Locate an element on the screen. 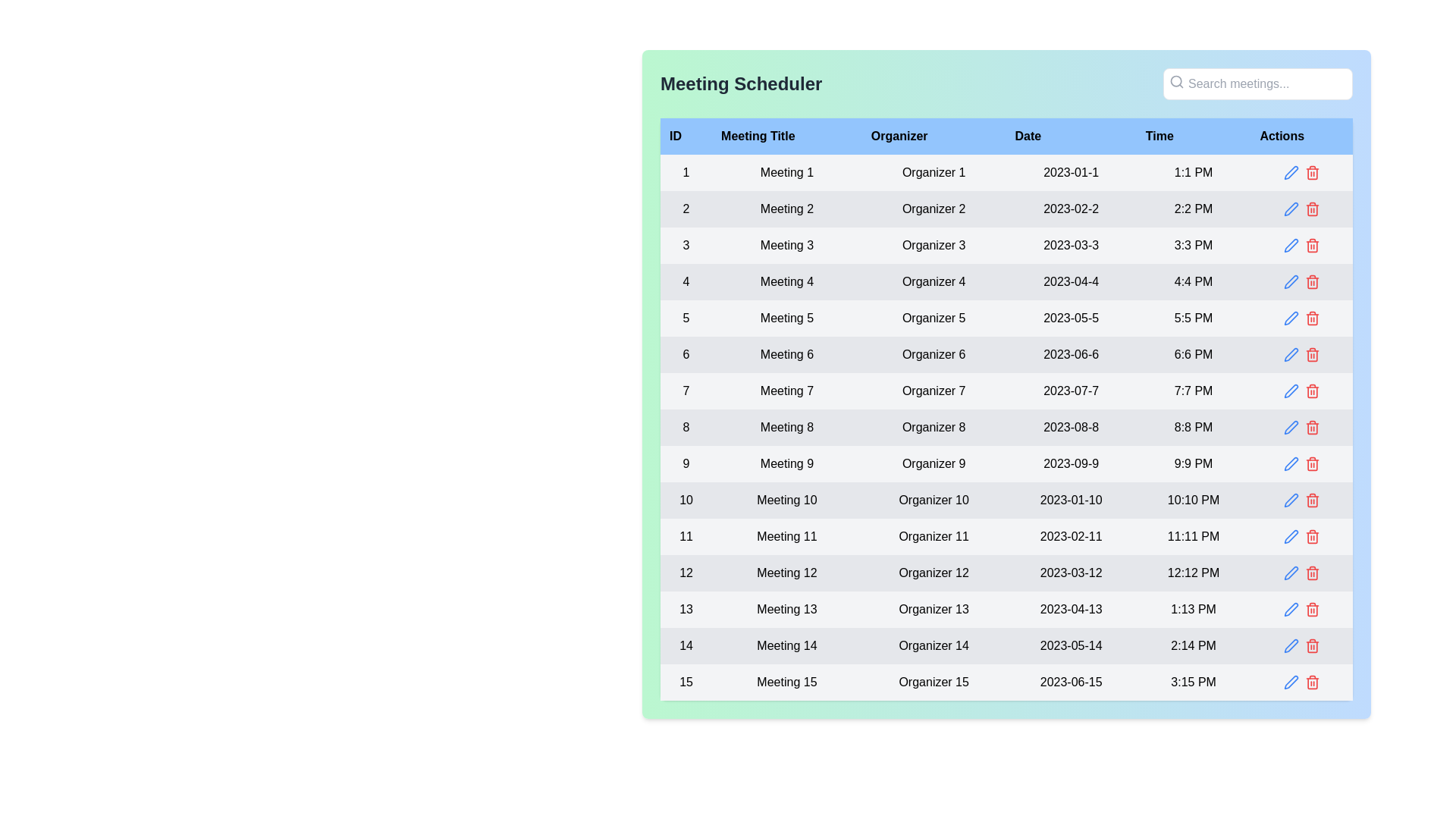 The width and height of the screenshot is (1456, 819). the Text display element showing the date '2023-03-3' in the fourth column of the third row, corresponding to 'Meeting 3' and 'Organizer 3' is located at coordinates (1070, 245).